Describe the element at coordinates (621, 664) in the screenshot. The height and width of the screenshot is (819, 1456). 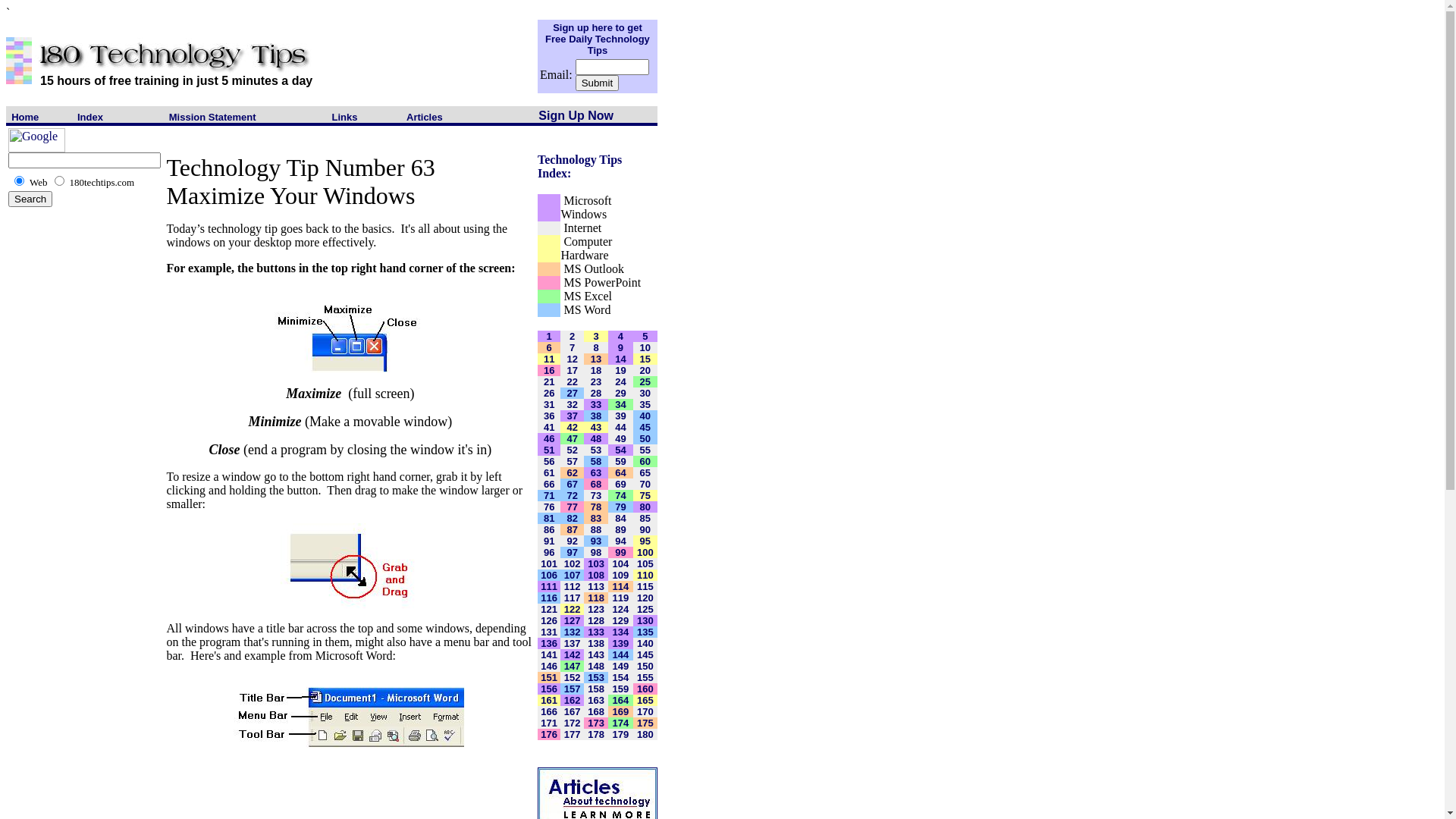
I see `'149'` at that location.